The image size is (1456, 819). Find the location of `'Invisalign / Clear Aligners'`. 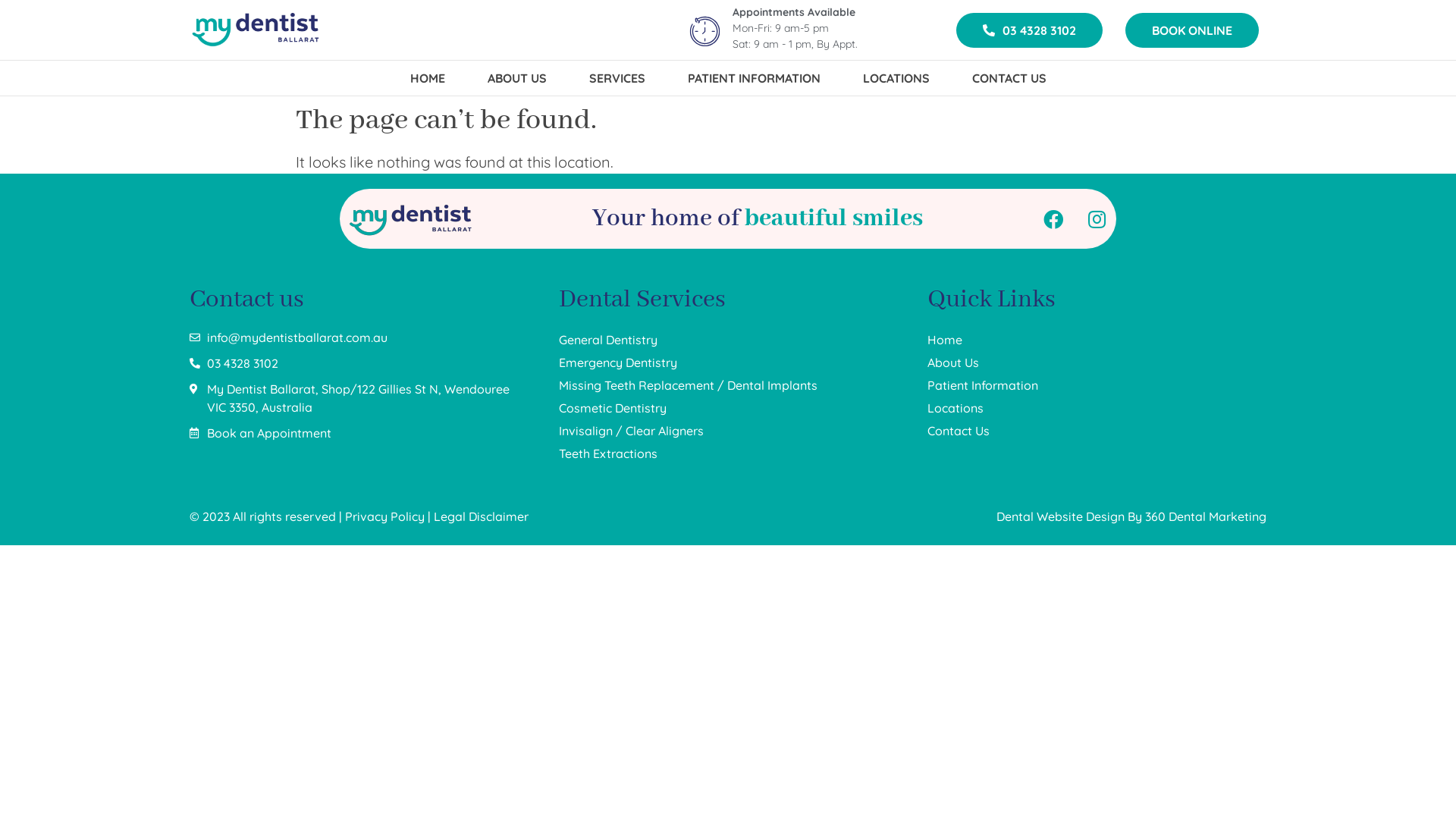

'Invisalign / Clear Aligners' is located at coordinates (728, 430).